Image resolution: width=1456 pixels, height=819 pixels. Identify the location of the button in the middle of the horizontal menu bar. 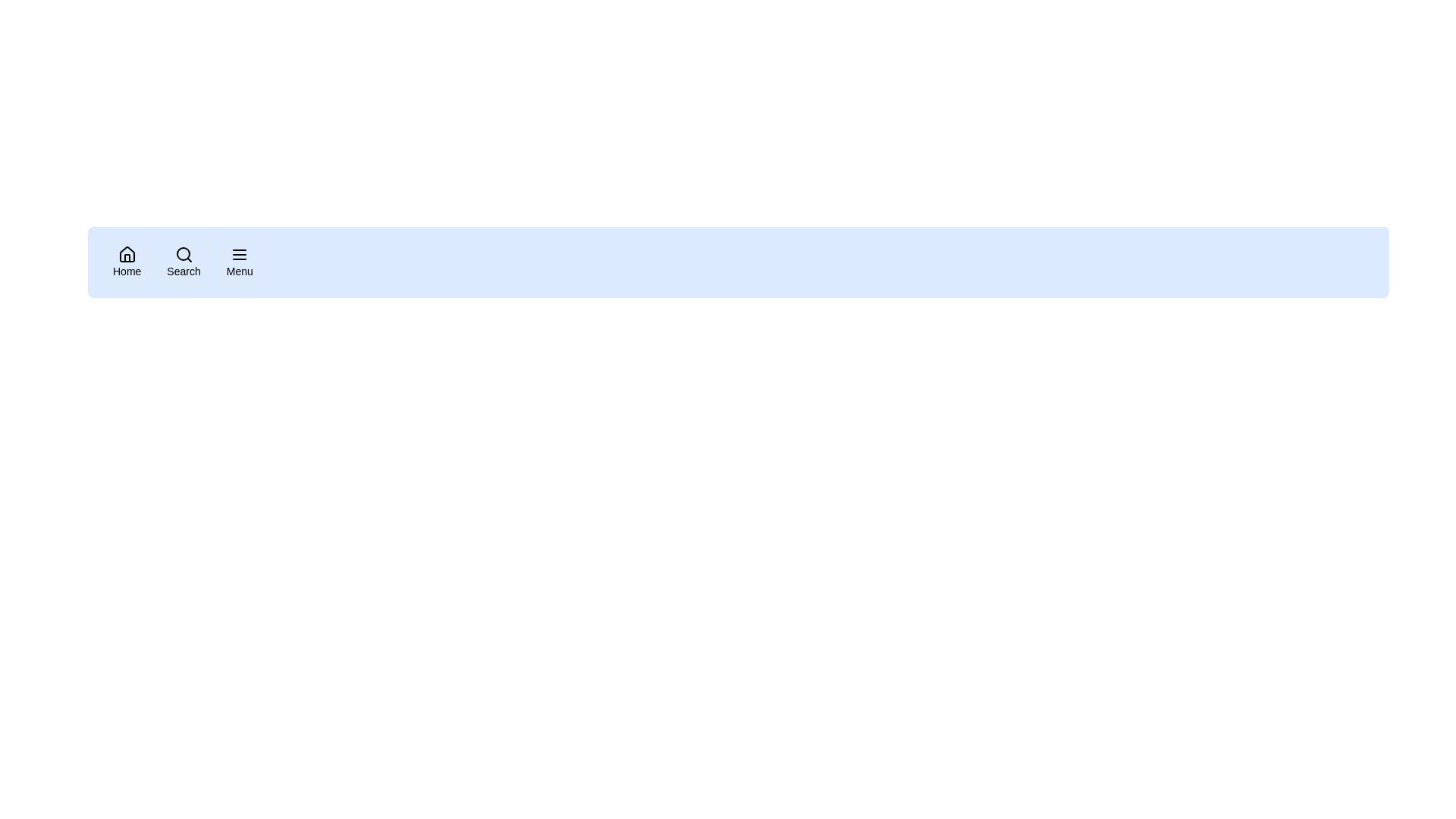
(183, 262).